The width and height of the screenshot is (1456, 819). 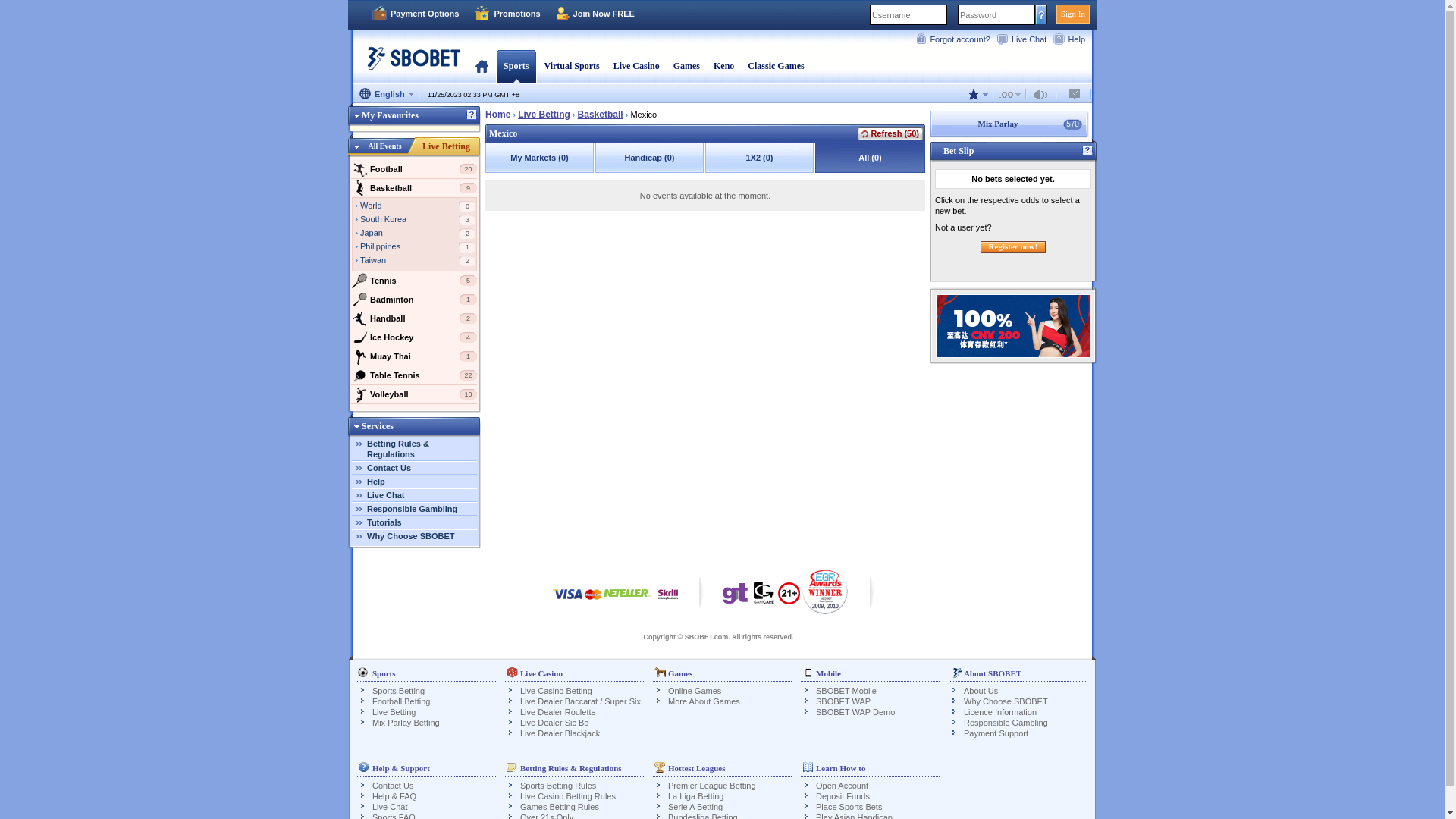 What do you see at coordinates (981, 690) in the screenshot?
I see `'About Us'` at bounding box center [981, 690].